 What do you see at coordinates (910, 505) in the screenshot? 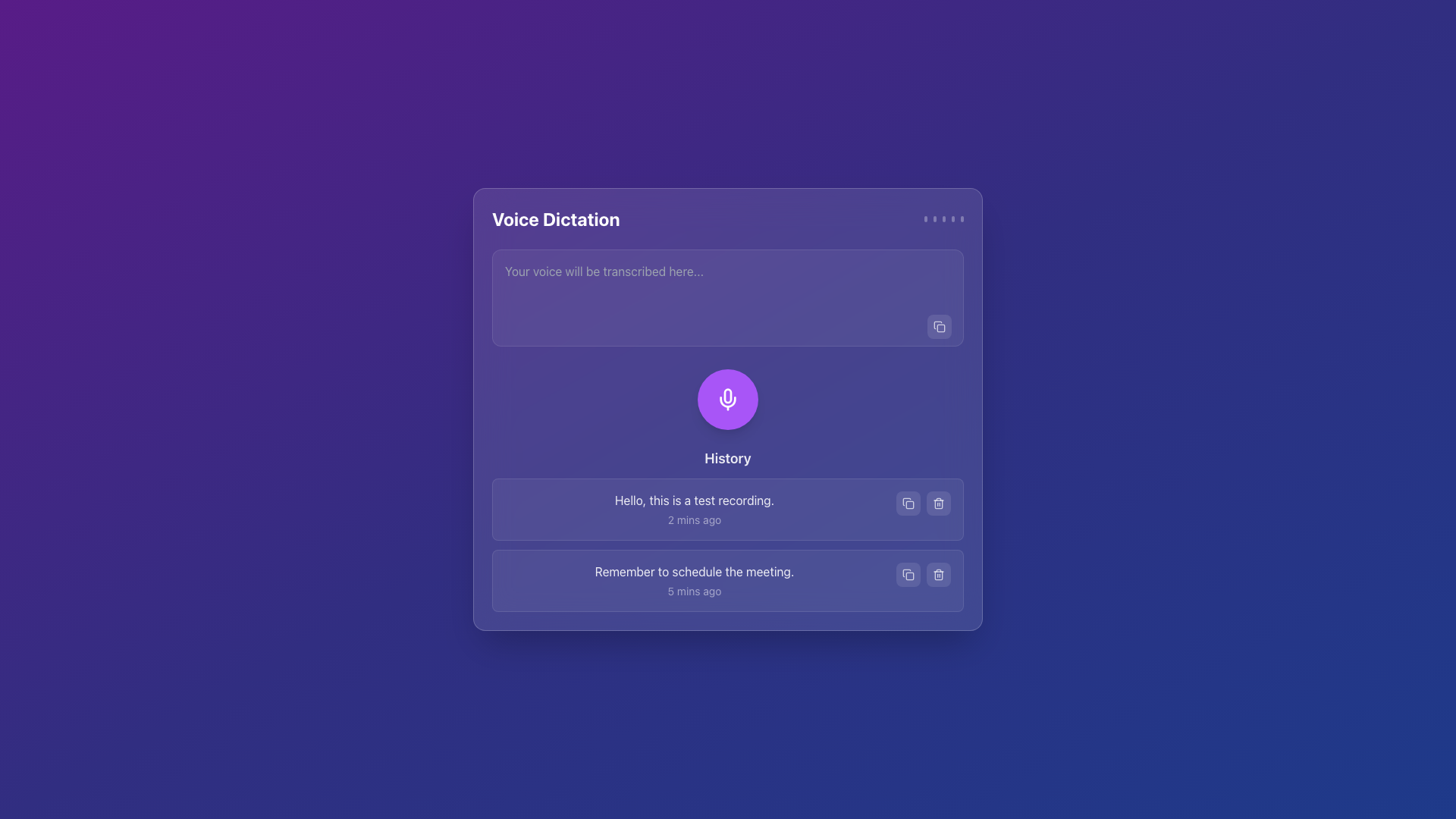
I see `the small graphical icon located at the far right of the second history entry in the main visible interface to enhance visual feedback or indicate a state` at bounding box center [910, 505].